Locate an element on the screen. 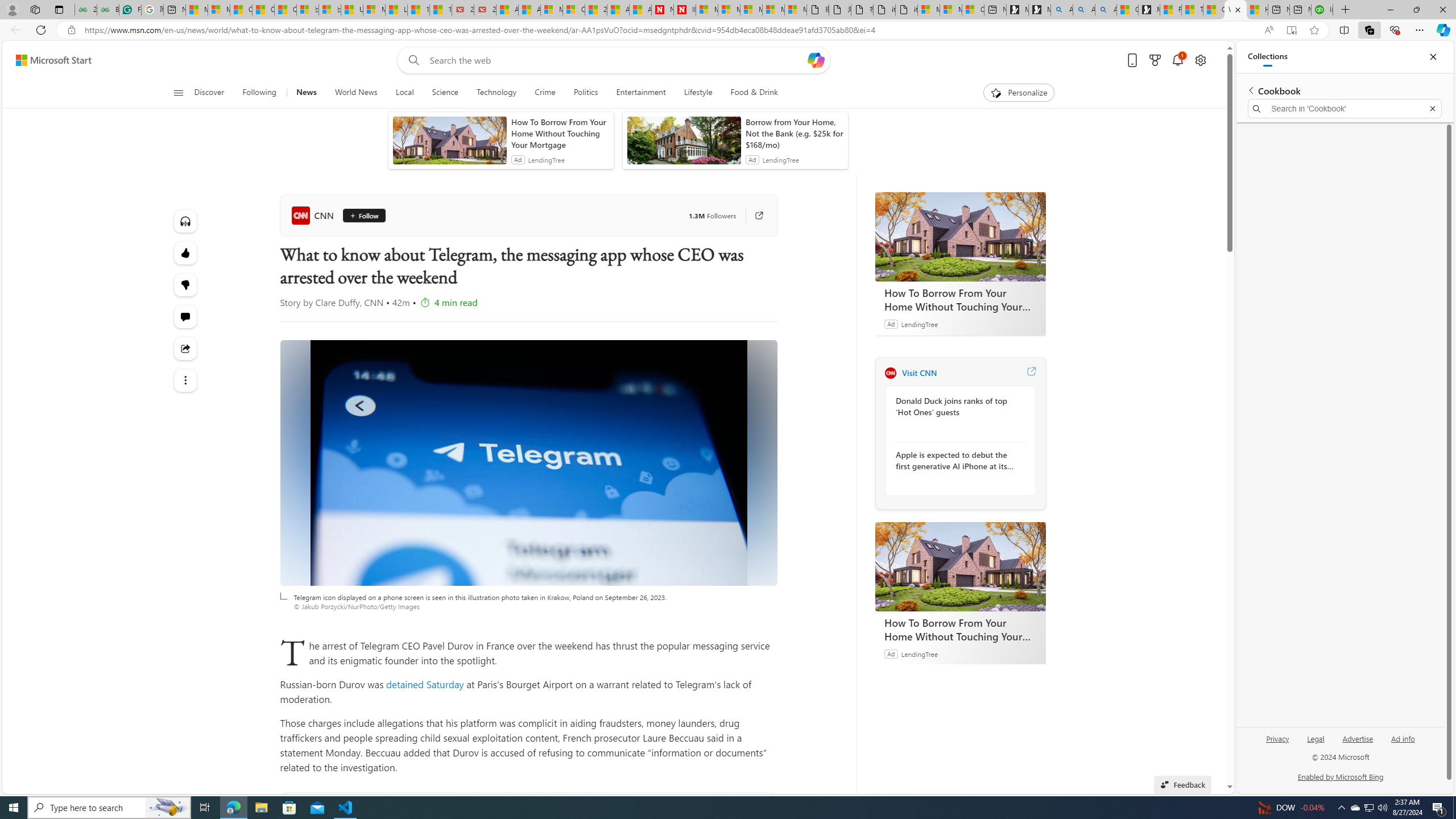  'Intuit QuickBooks Online - Quickbooks' is located at coordinates (1321, 9).